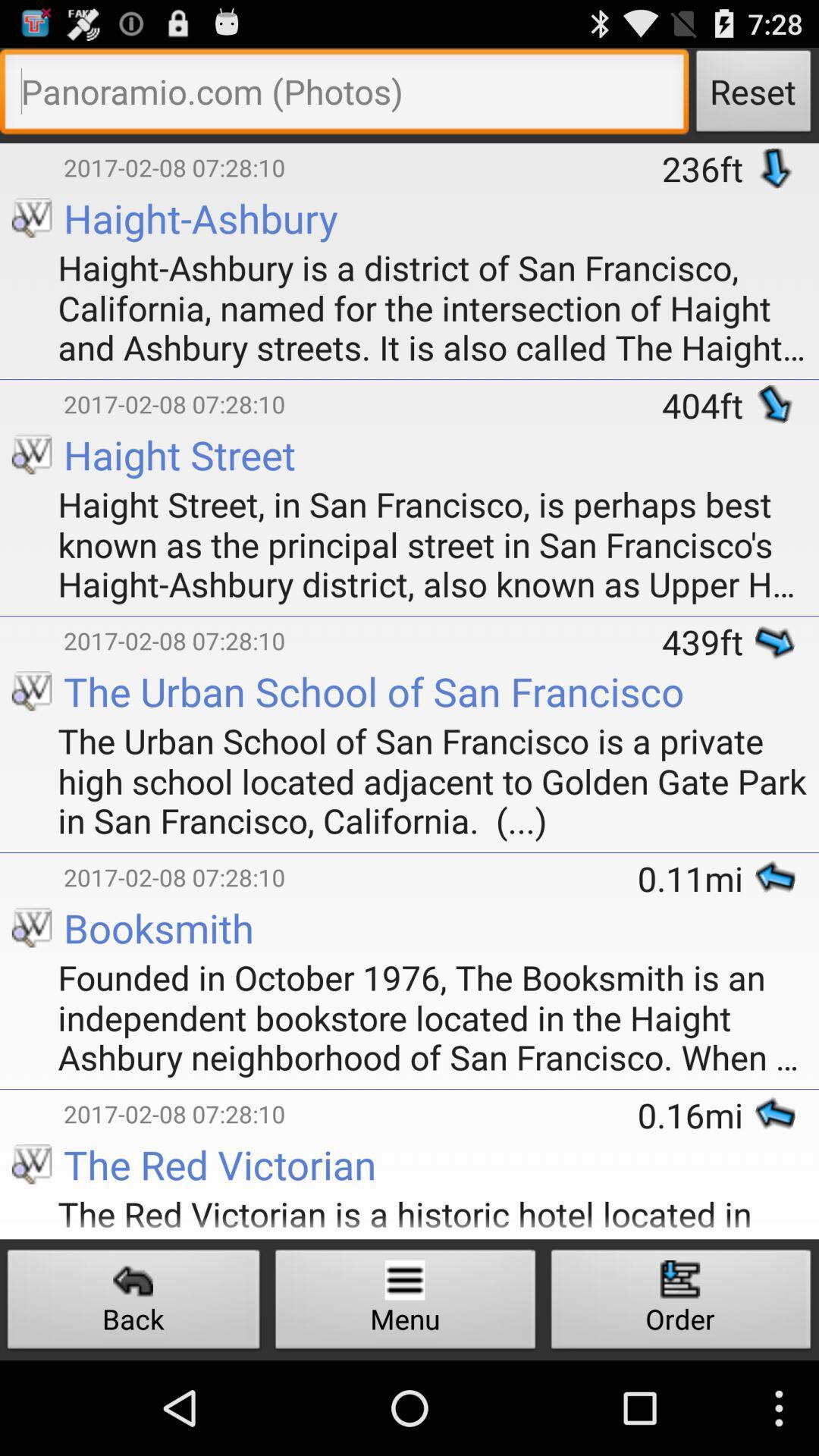 This screenshot has height=1456, width=819. What do you see at coordinates (32, 855) in the screenshot?
I see `the item next to the urban school app` at bounding box center [32, 855].